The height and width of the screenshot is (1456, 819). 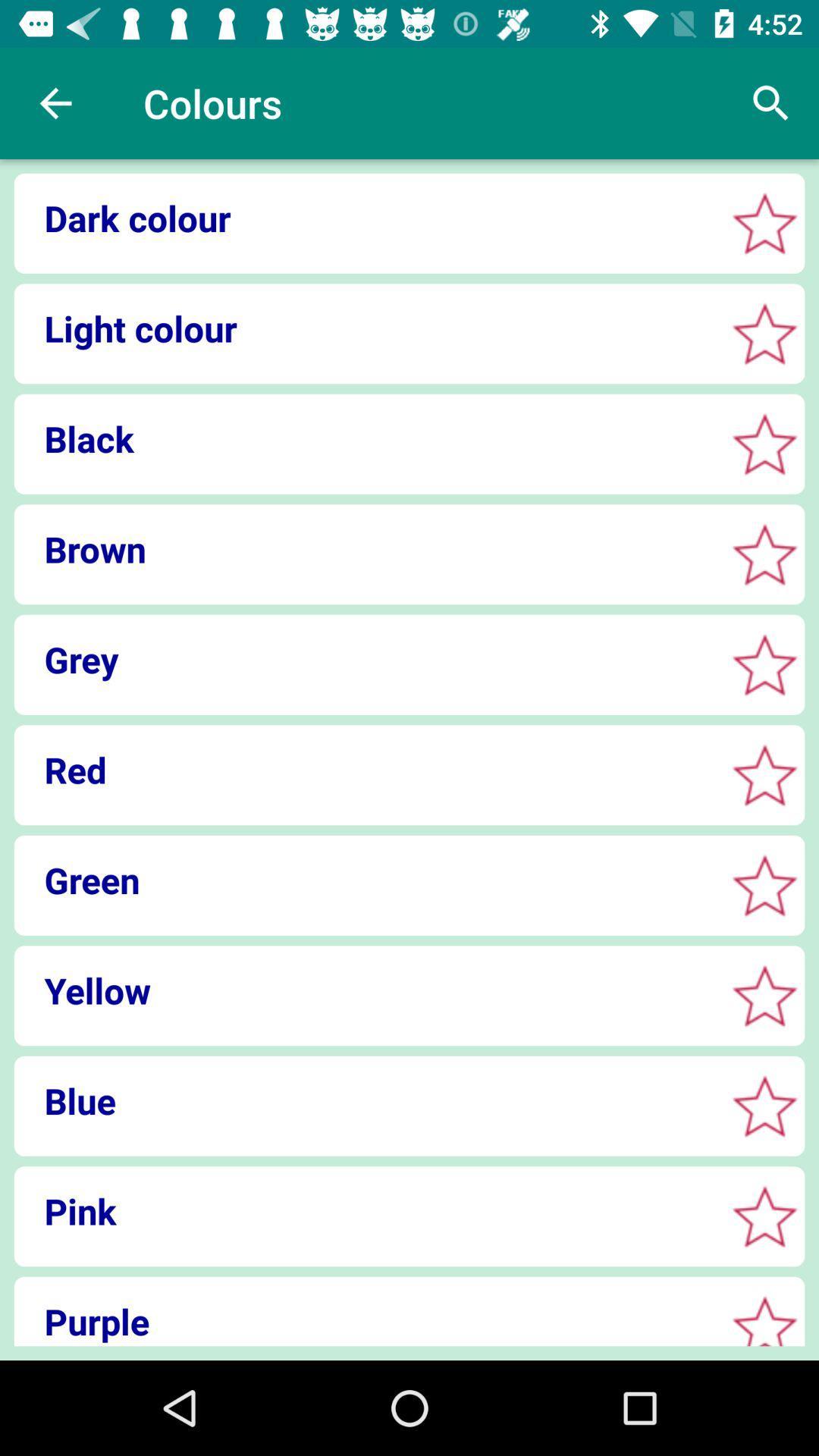 What do you see at coordinates (764, 443) in the screenshot?
I see `black` at bounding box center [764, 443].